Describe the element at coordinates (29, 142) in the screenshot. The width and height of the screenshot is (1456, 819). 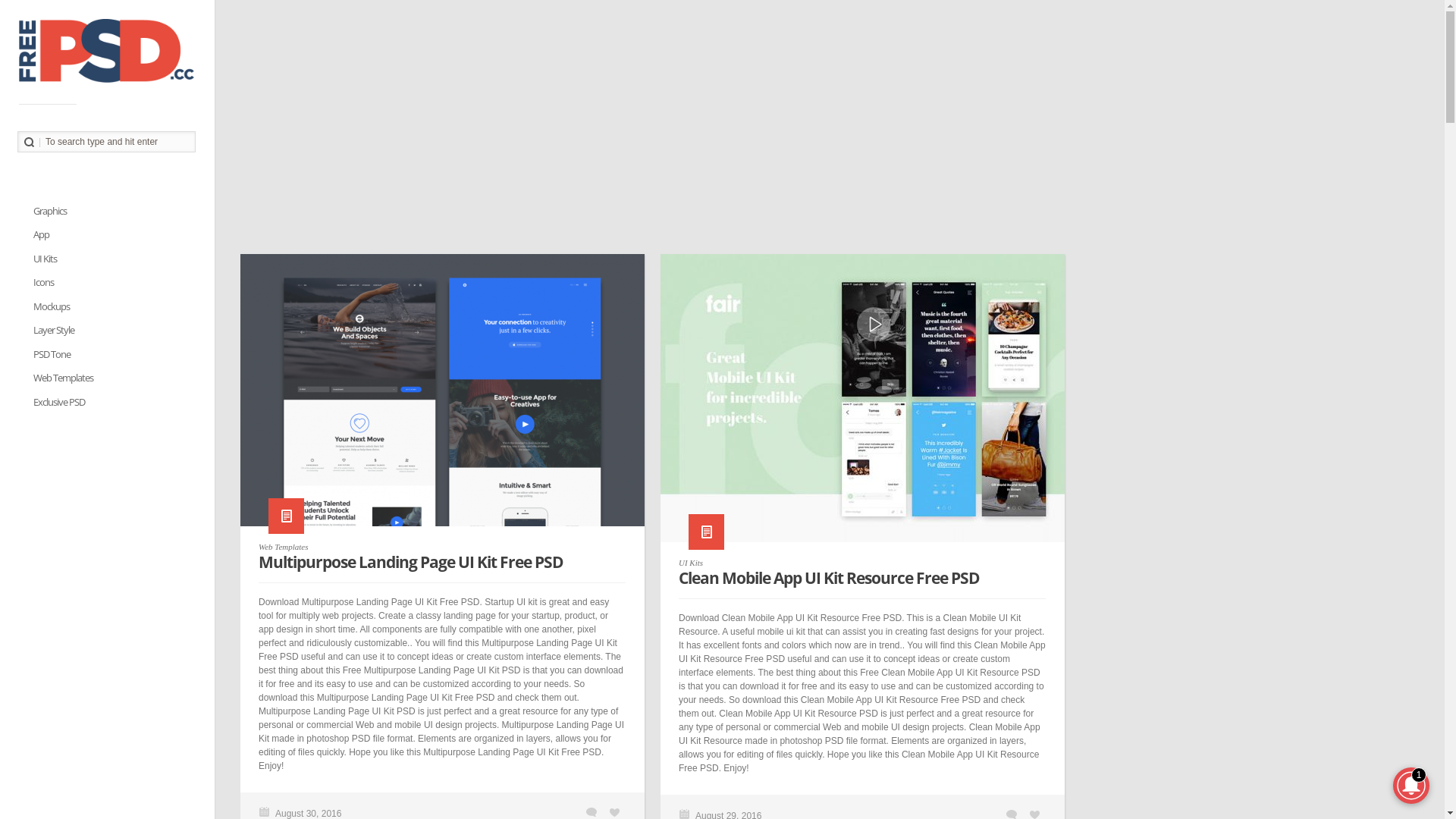
I see `'Search'` at that location.